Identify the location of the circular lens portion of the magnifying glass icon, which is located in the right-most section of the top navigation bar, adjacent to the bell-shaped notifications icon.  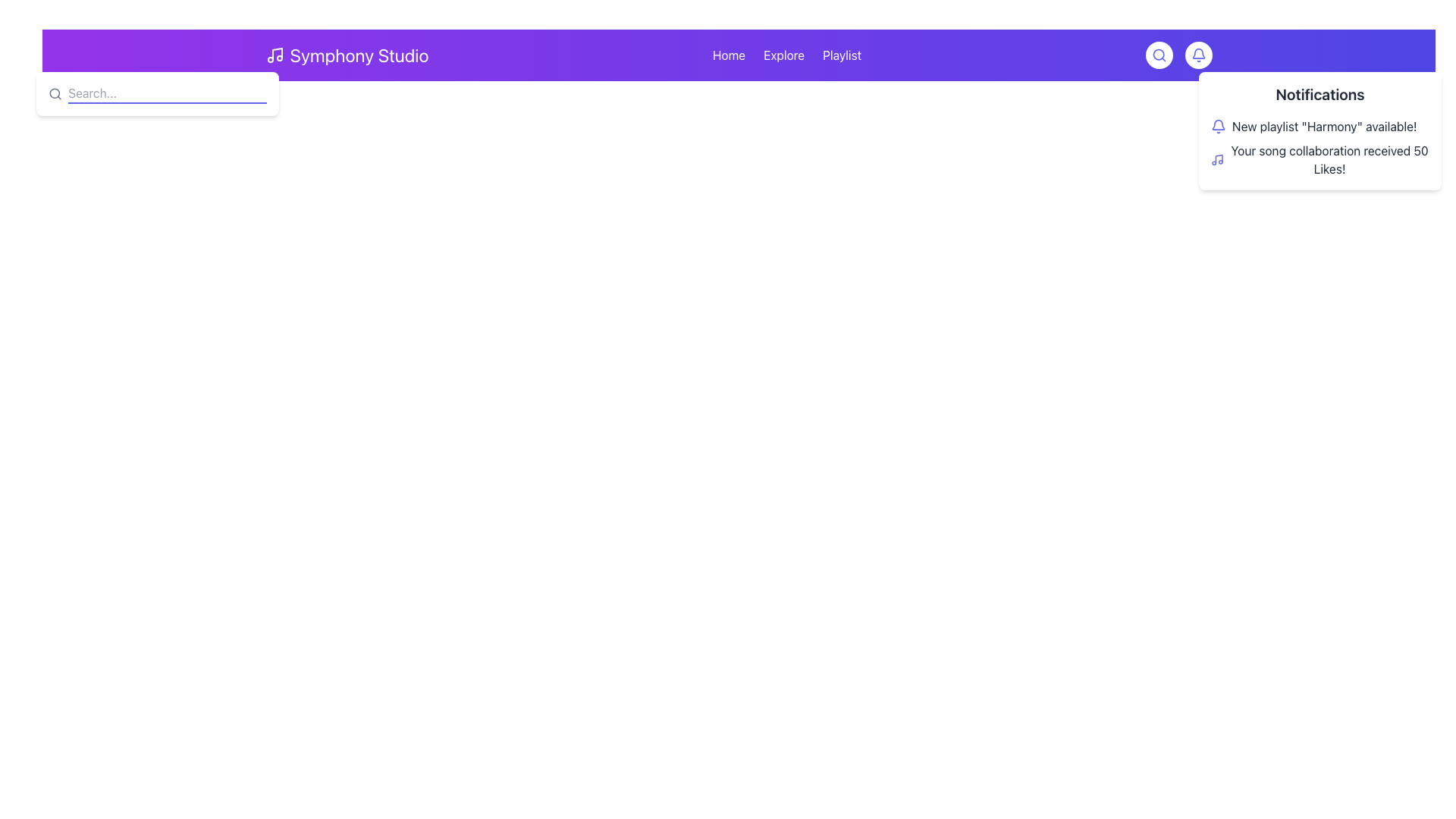
(55, 93).